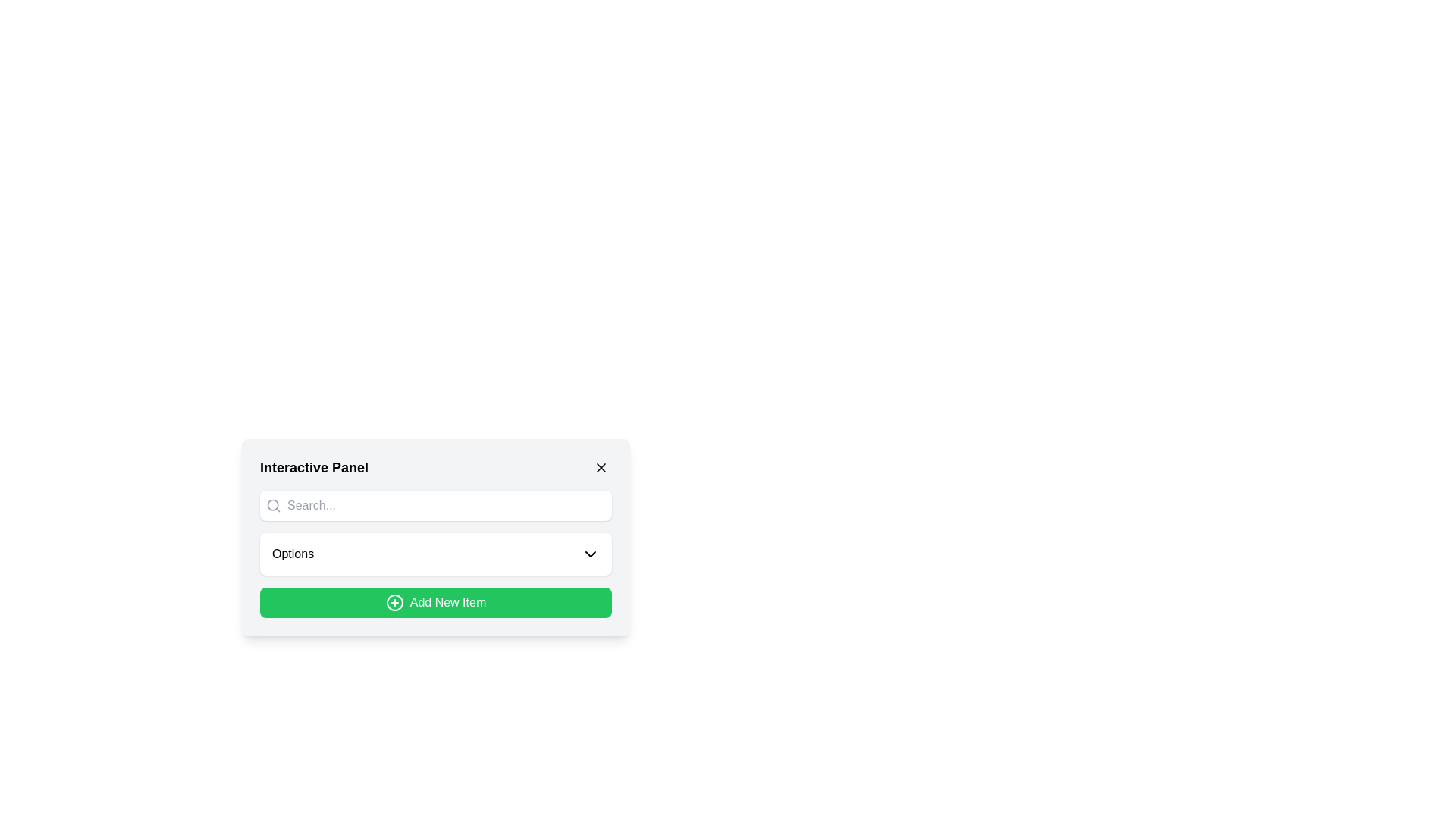 The height and width of the screenshot is (819, 1456). Describe the element at coordinates (435, 554) in the screenshot. I see `the Dropdown menu labeled 'Options'` at that location.